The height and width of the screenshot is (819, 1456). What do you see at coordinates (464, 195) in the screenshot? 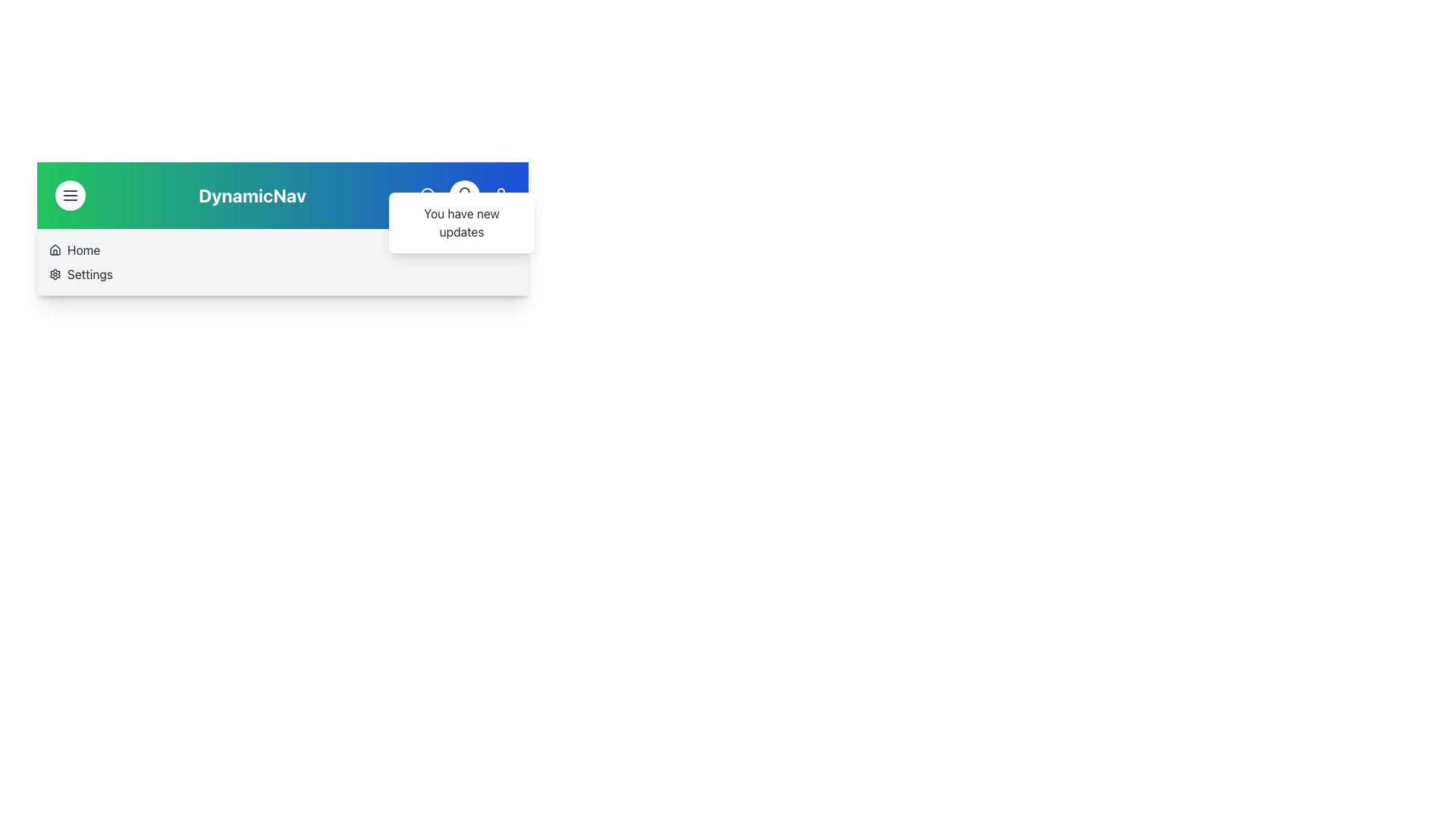
I see `the bell icon button in the navigation bar` at bounding box center [464, 195].